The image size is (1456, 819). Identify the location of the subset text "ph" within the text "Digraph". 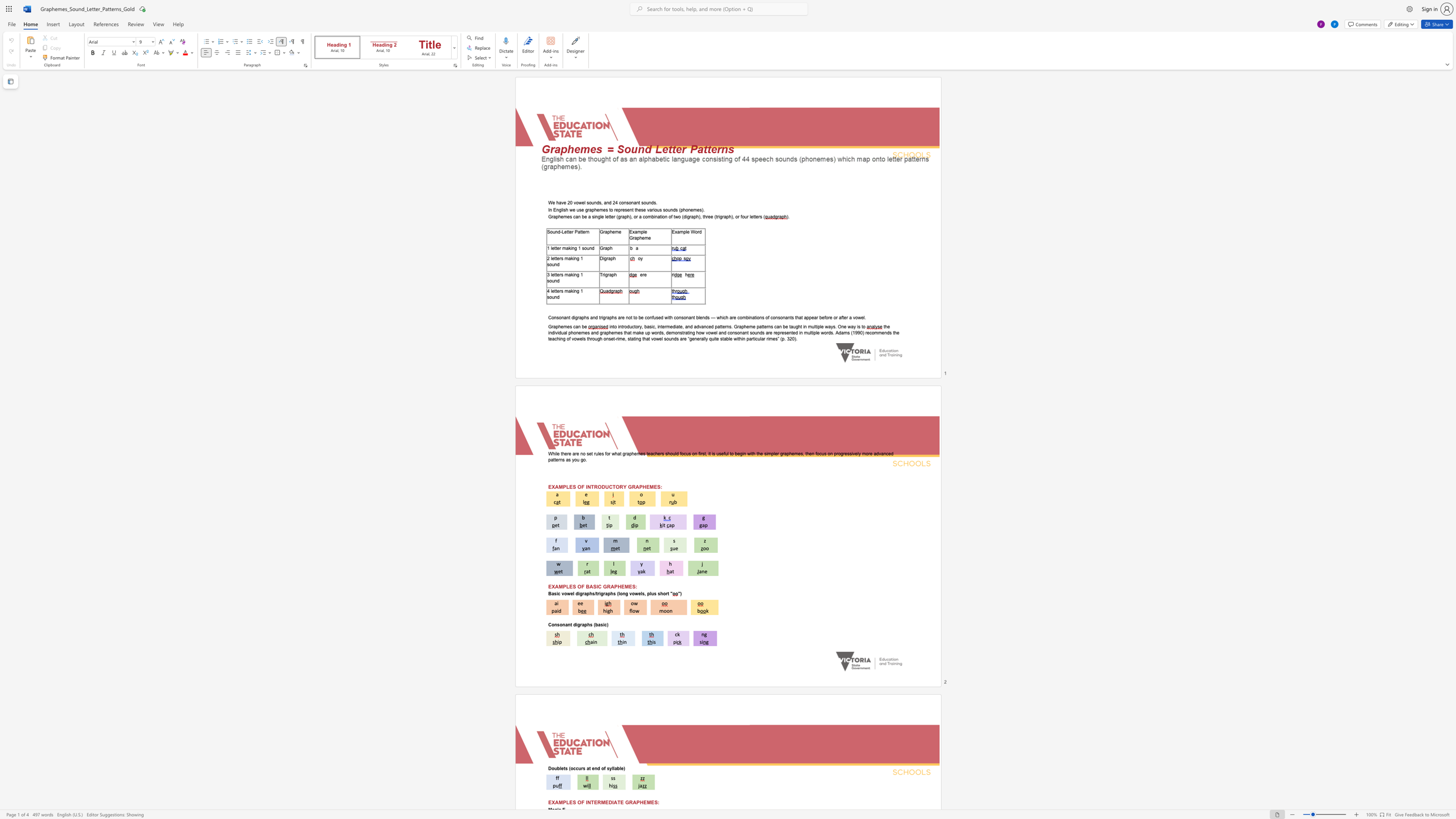
(610, 258).